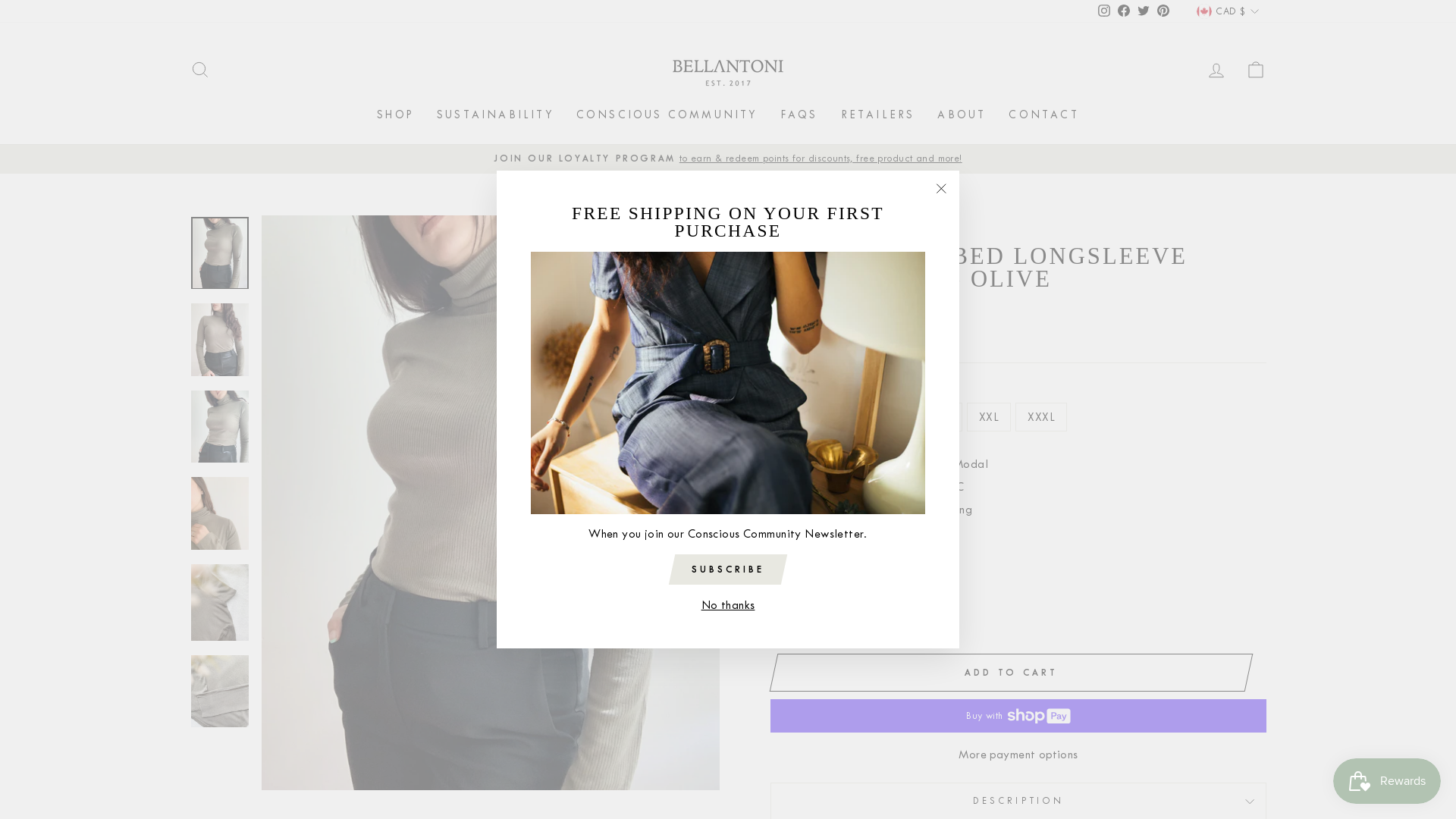  Describe the element at coordinates (829, 114) in the screenshot. I see `'RETAILERS'` at that location.